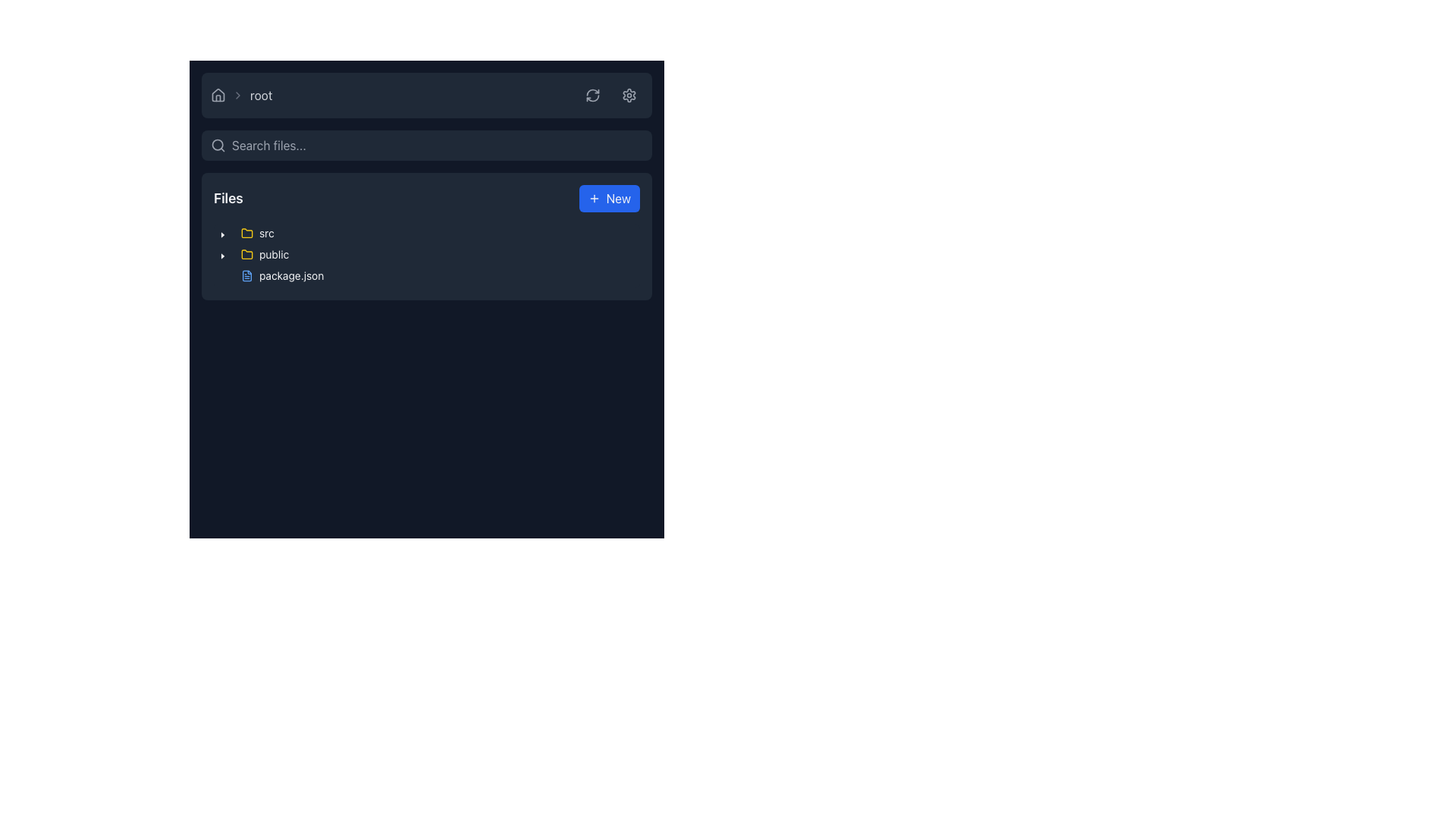  Describe the element at coordinates (254, 253) in the screenshot. I see `the caret of the 'public' TreeViewItem` at that location.